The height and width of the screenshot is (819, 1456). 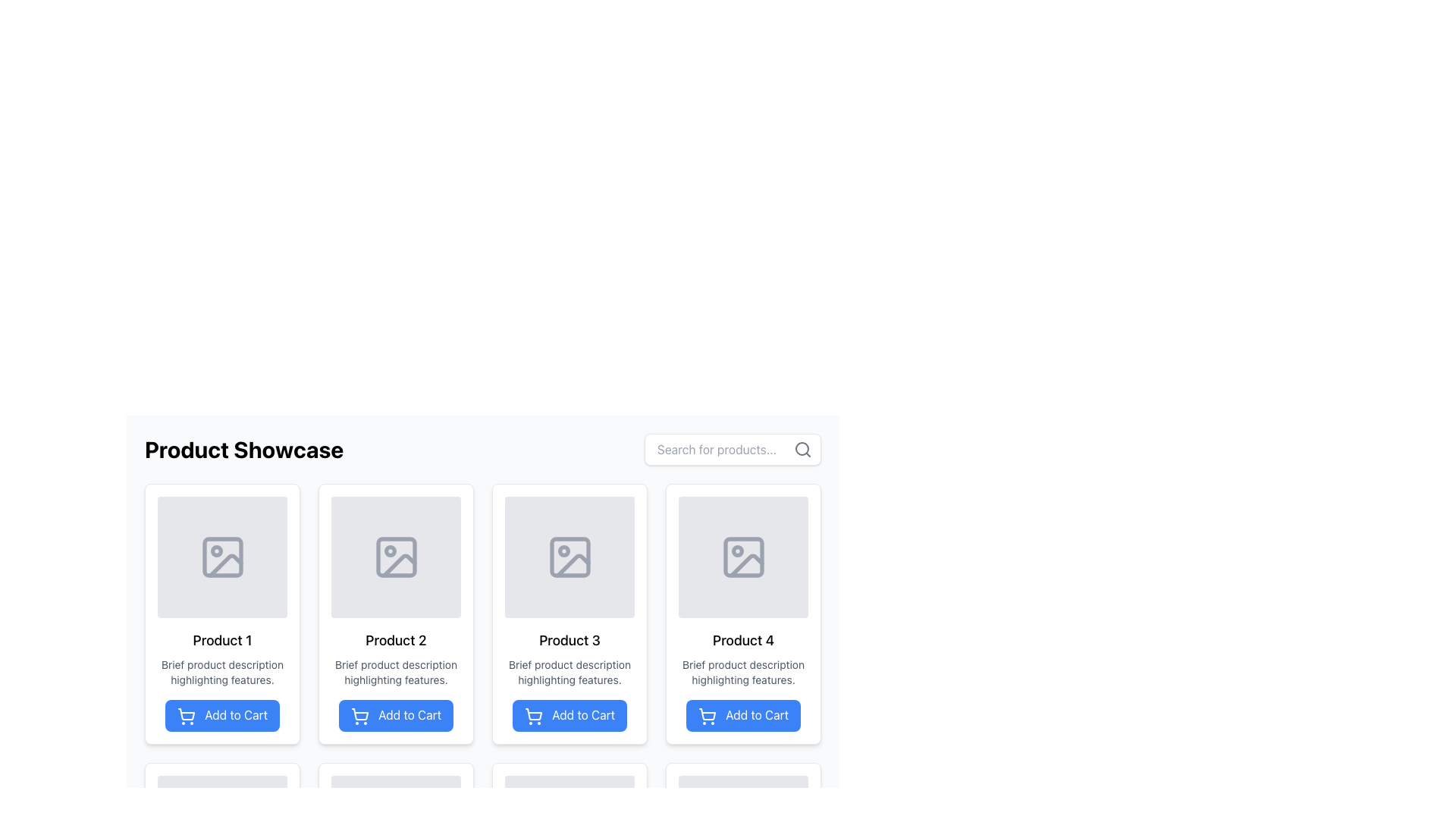 I want to click on Circle SVG element that represents the lens of the magnifying glass icon located at the top-right corner of the search bar area, so click(x=801, y=447).